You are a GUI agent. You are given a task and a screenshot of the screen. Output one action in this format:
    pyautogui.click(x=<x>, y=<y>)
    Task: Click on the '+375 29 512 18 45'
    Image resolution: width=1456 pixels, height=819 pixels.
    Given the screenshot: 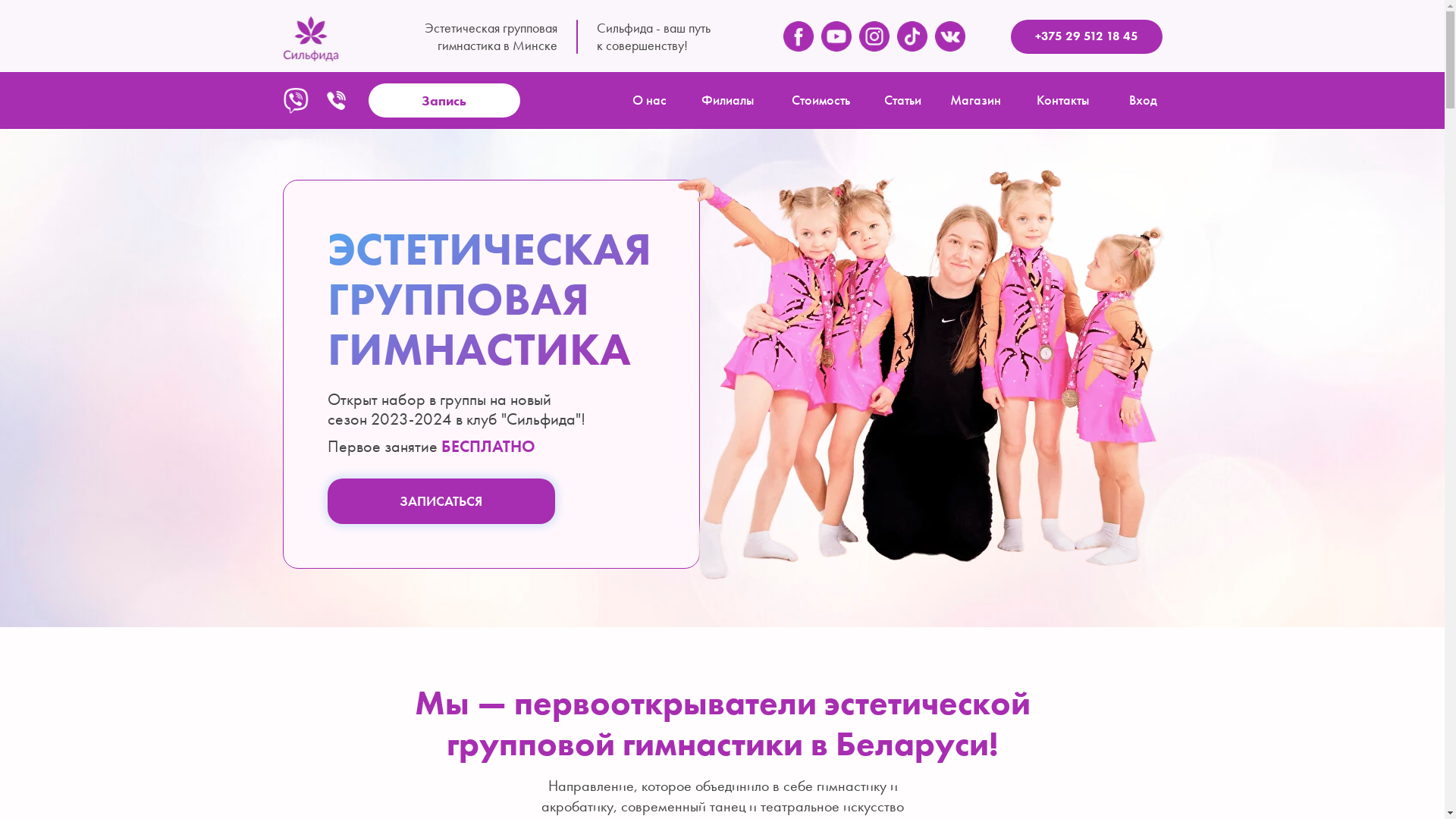 What is the action you would take?
    pyautogui.click(x=1009, y=36)
    